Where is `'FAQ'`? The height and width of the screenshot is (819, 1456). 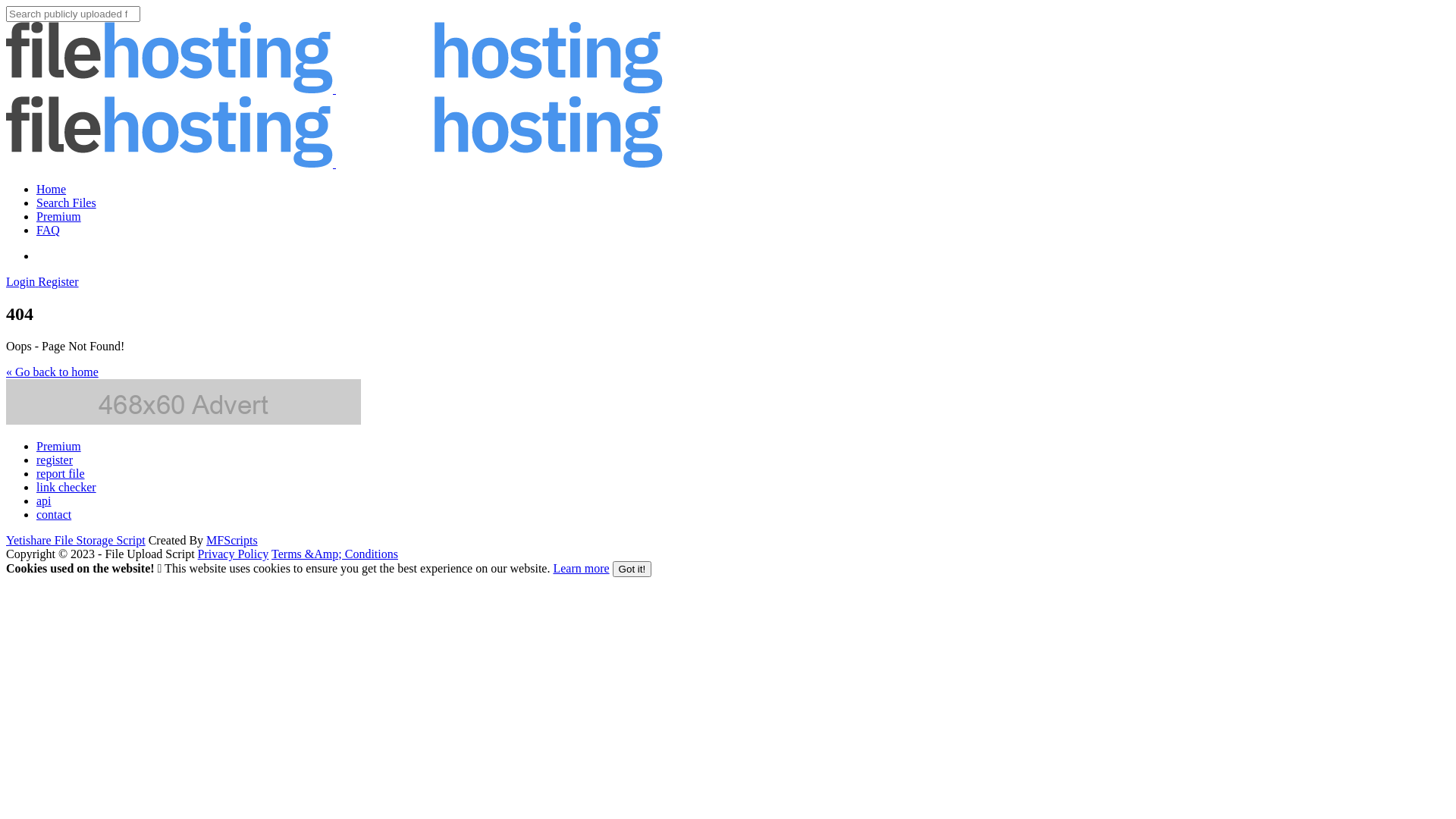 'FAQ' is located at coordinates (48, 230).